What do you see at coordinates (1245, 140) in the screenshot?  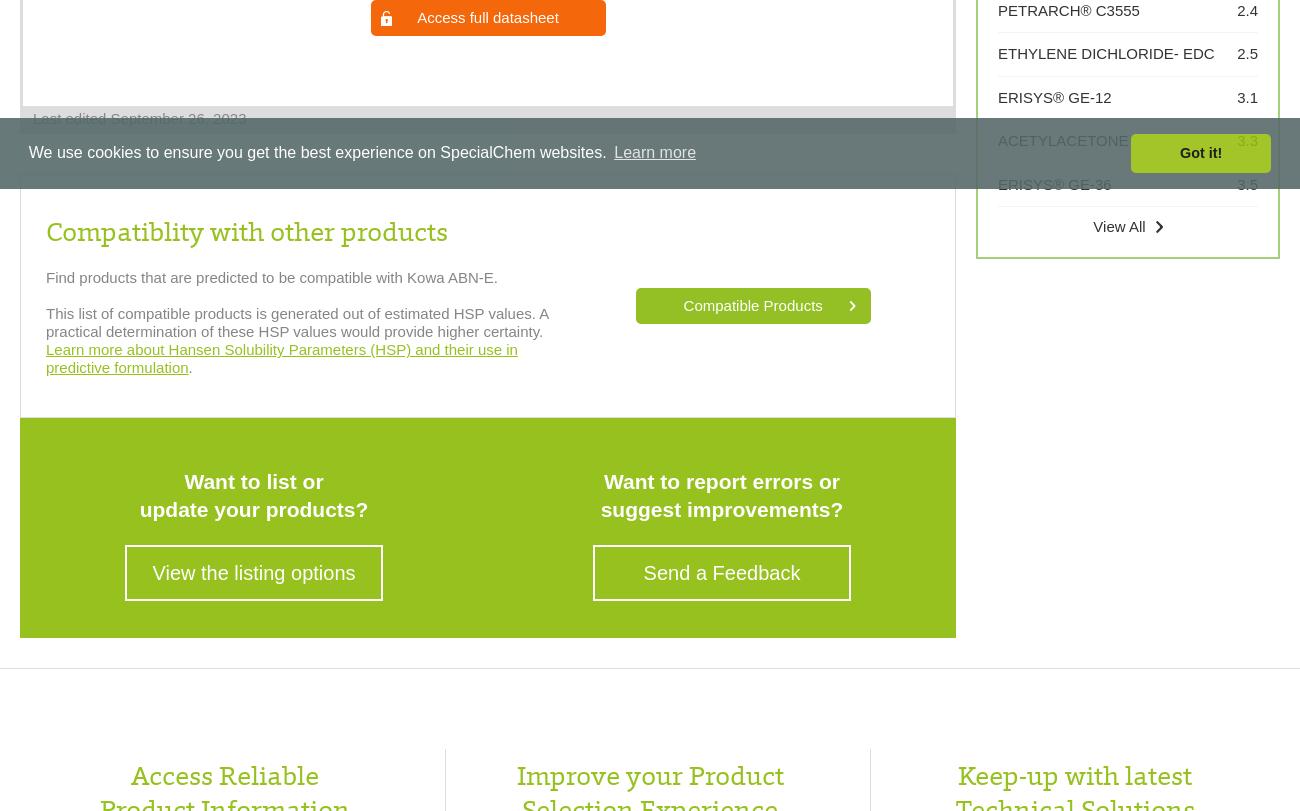 I see `'3.3'` at bounding box center [1245, 140].